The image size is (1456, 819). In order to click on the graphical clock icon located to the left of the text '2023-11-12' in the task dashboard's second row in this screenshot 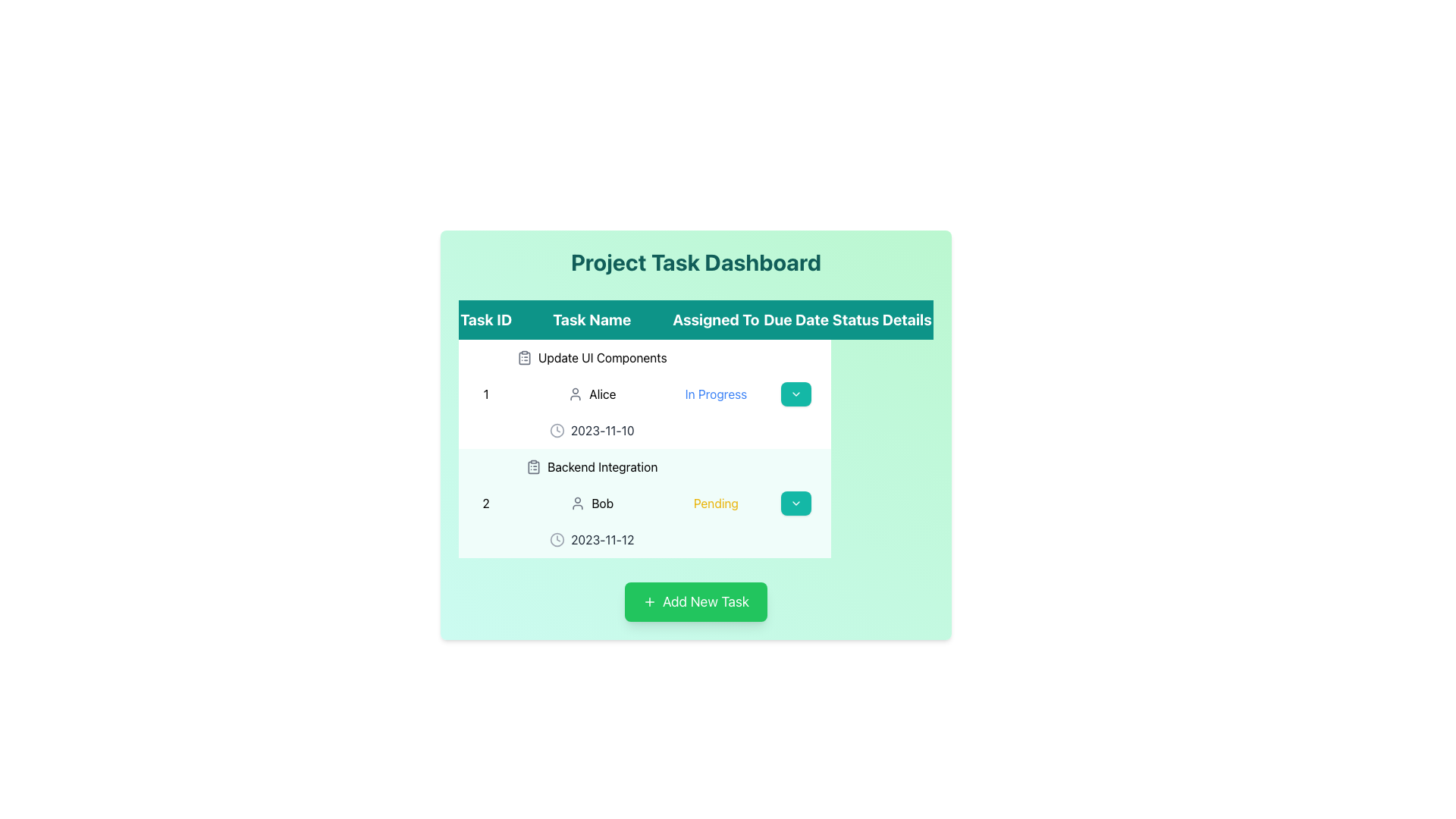, I will do `click(557, 539)`.